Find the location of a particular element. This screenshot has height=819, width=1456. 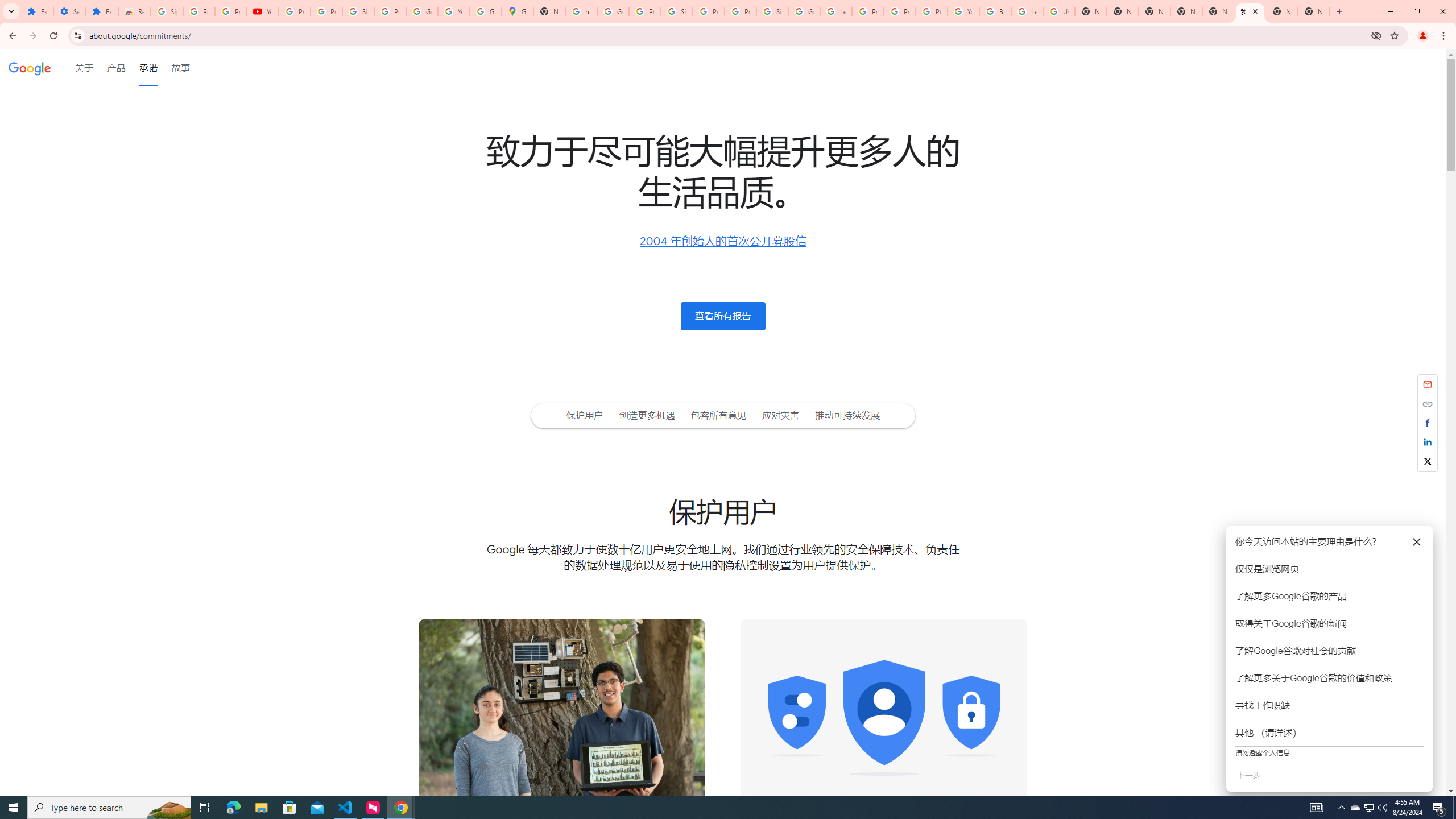

'YouTube' is located at coordinates (962, 11).